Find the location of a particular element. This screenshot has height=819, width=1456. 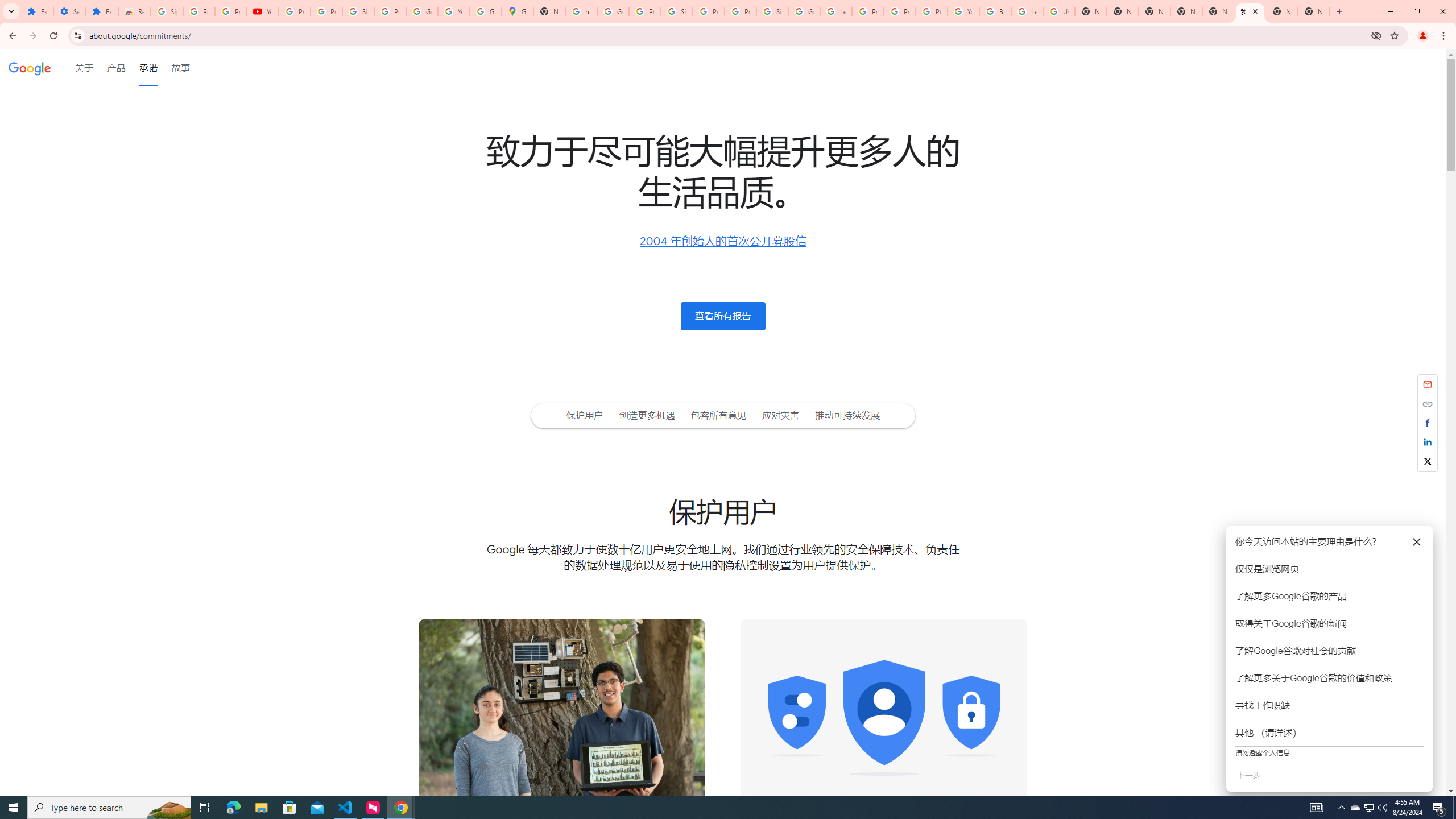

'YouTube' is located at coordinates (962, 11).